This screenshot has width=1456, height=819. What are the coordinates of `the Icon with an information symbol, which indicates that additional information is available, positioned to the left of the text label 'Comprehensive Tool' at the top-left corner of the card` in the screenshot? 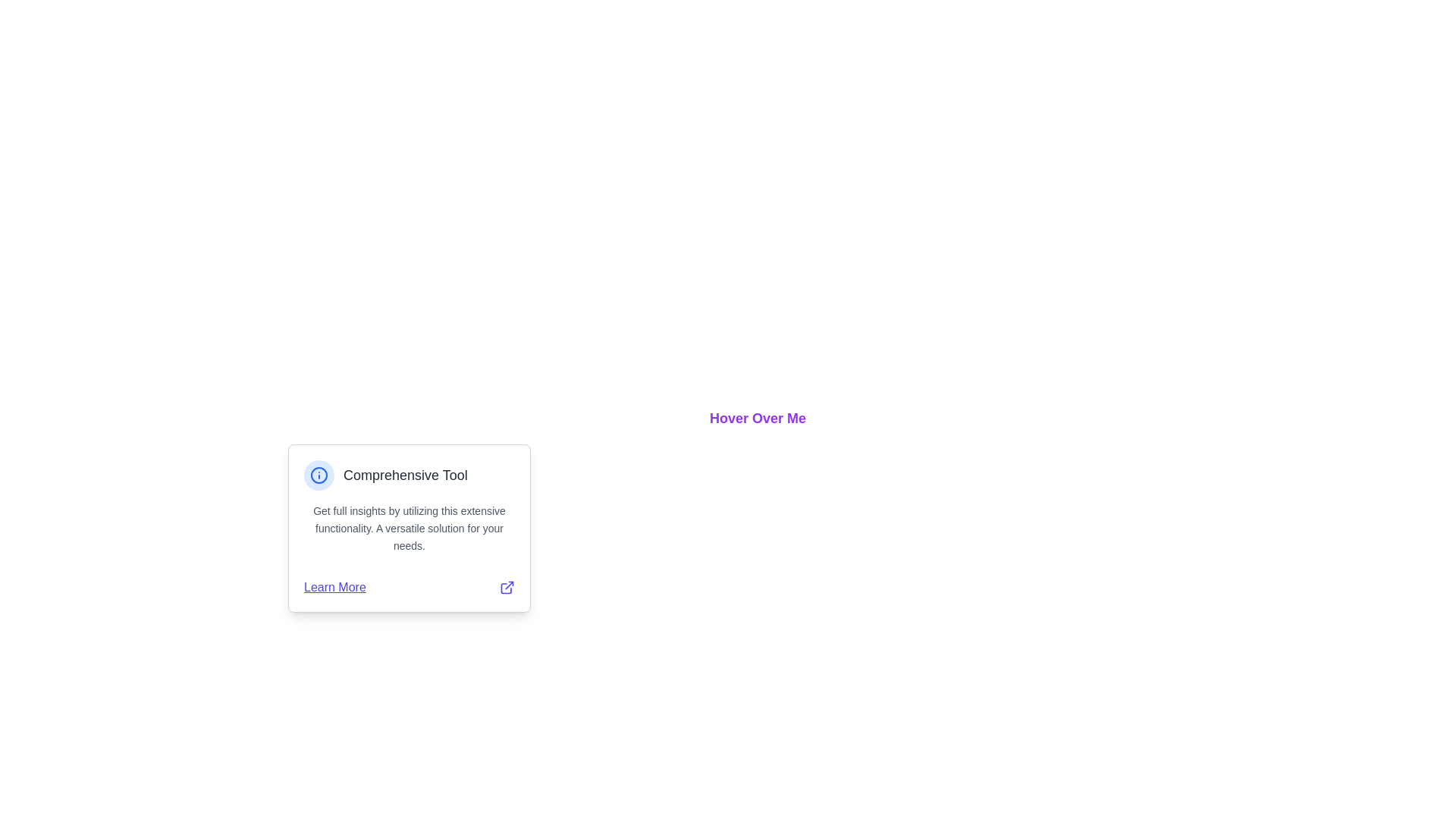 It's located at (318, 475).